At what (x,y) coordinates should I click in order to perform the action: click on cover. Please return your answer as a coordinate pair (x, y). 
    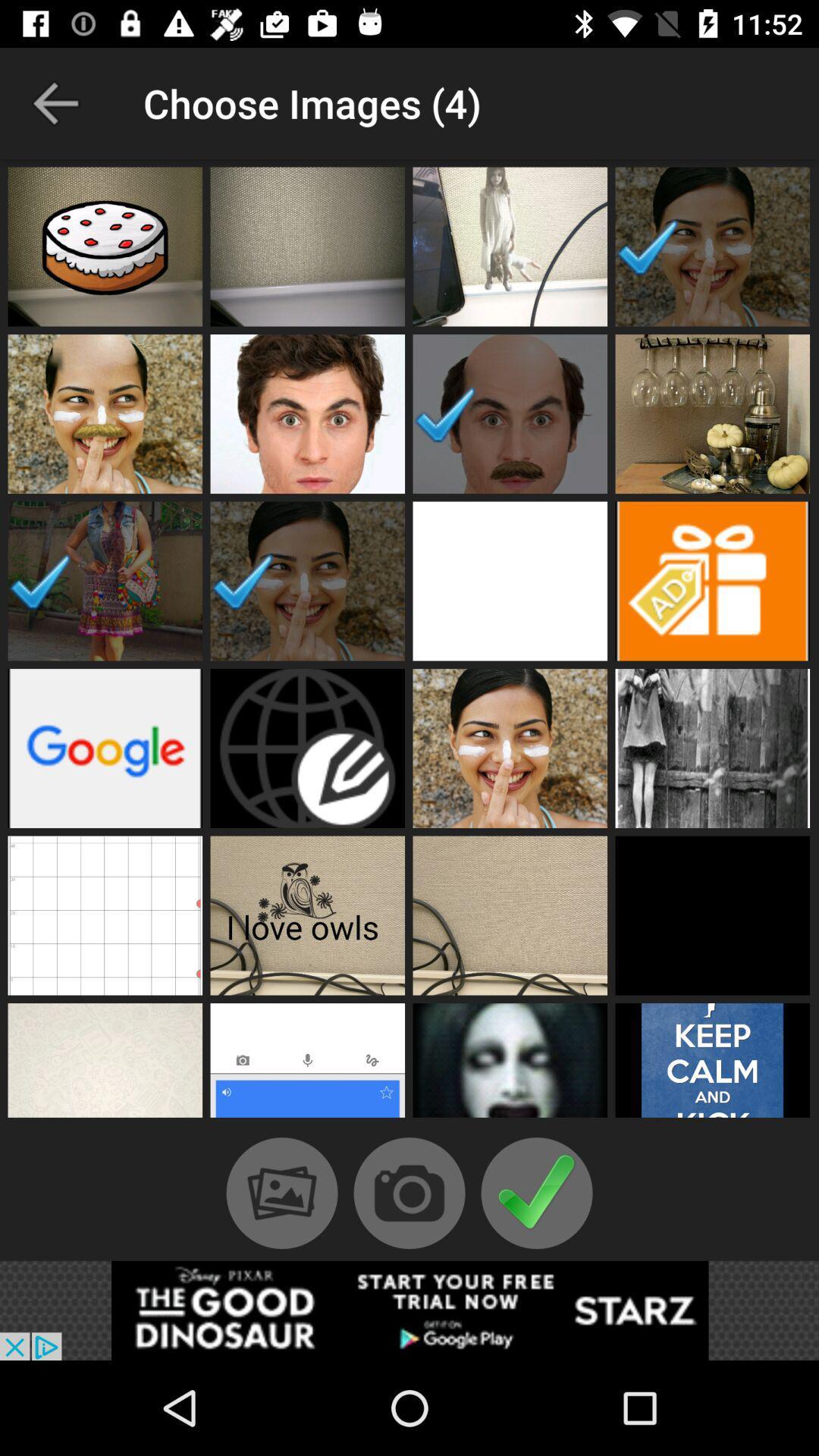
    Looking at the image, I should click on (307, 748).